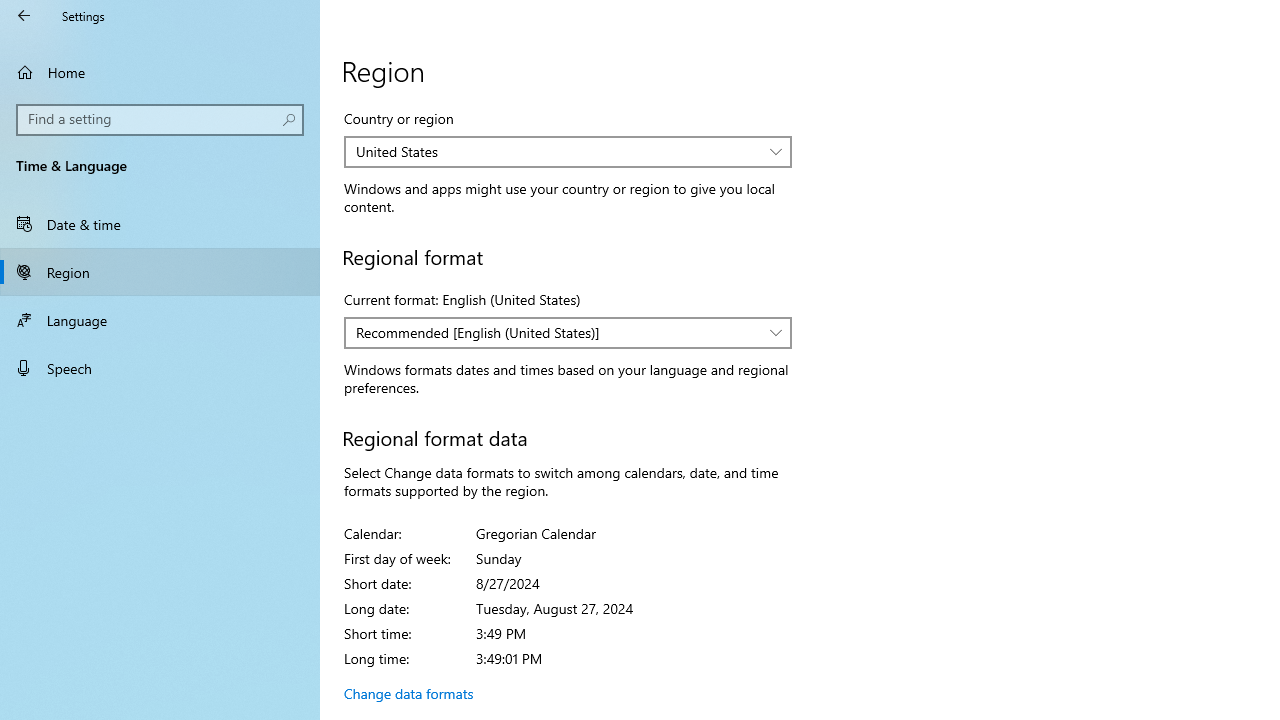 This screenshot has width=1280, height=720. I want to click on 'United States', so click(558, 150).